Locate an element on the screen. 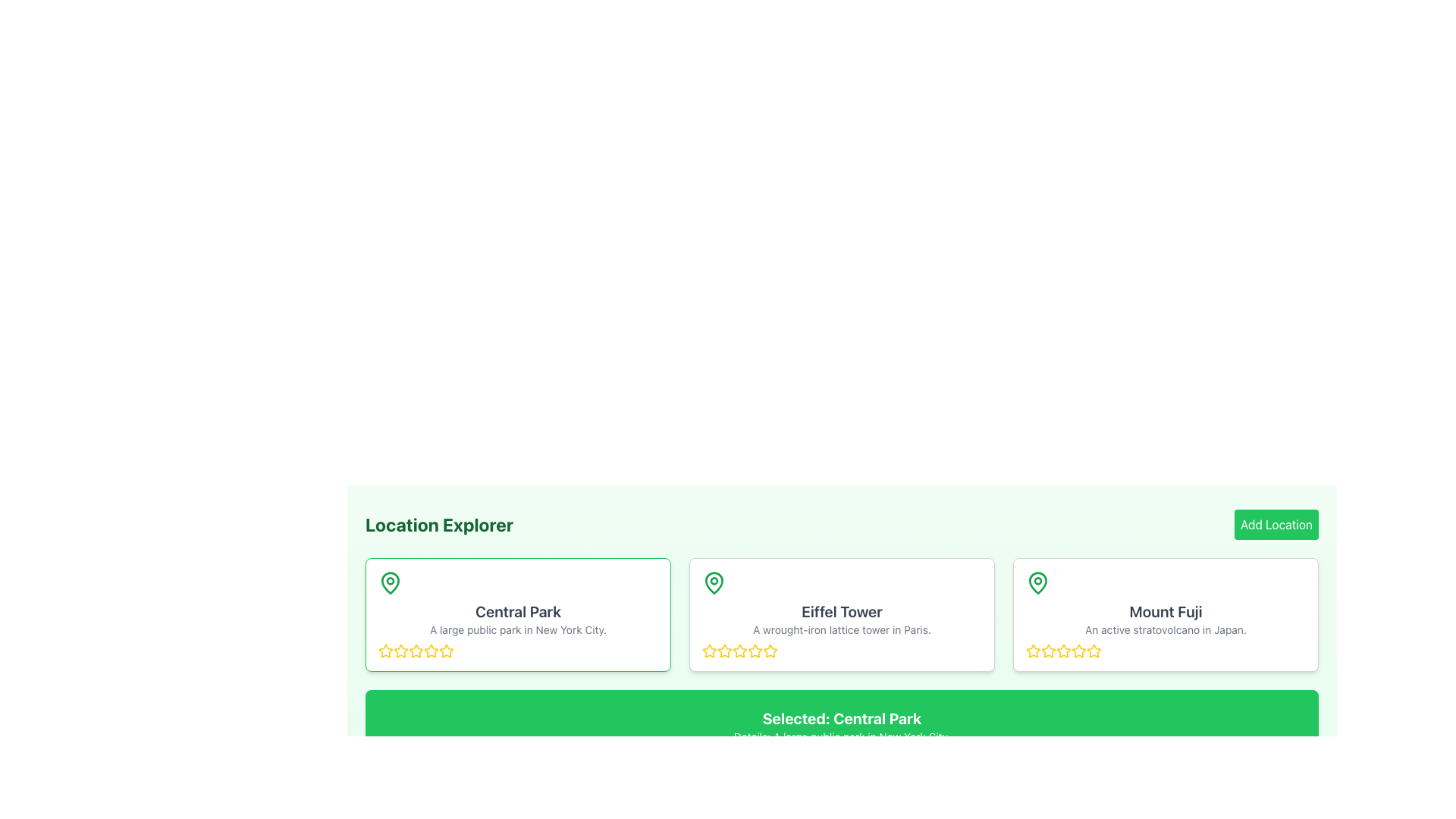 The width and height of the screenshot is (1456, 819). the second star icon from the left in the row of rating stars for the 'Mount Fuji' card, which has a yellow border and transparent fill is located at coordinates (1047, 651).